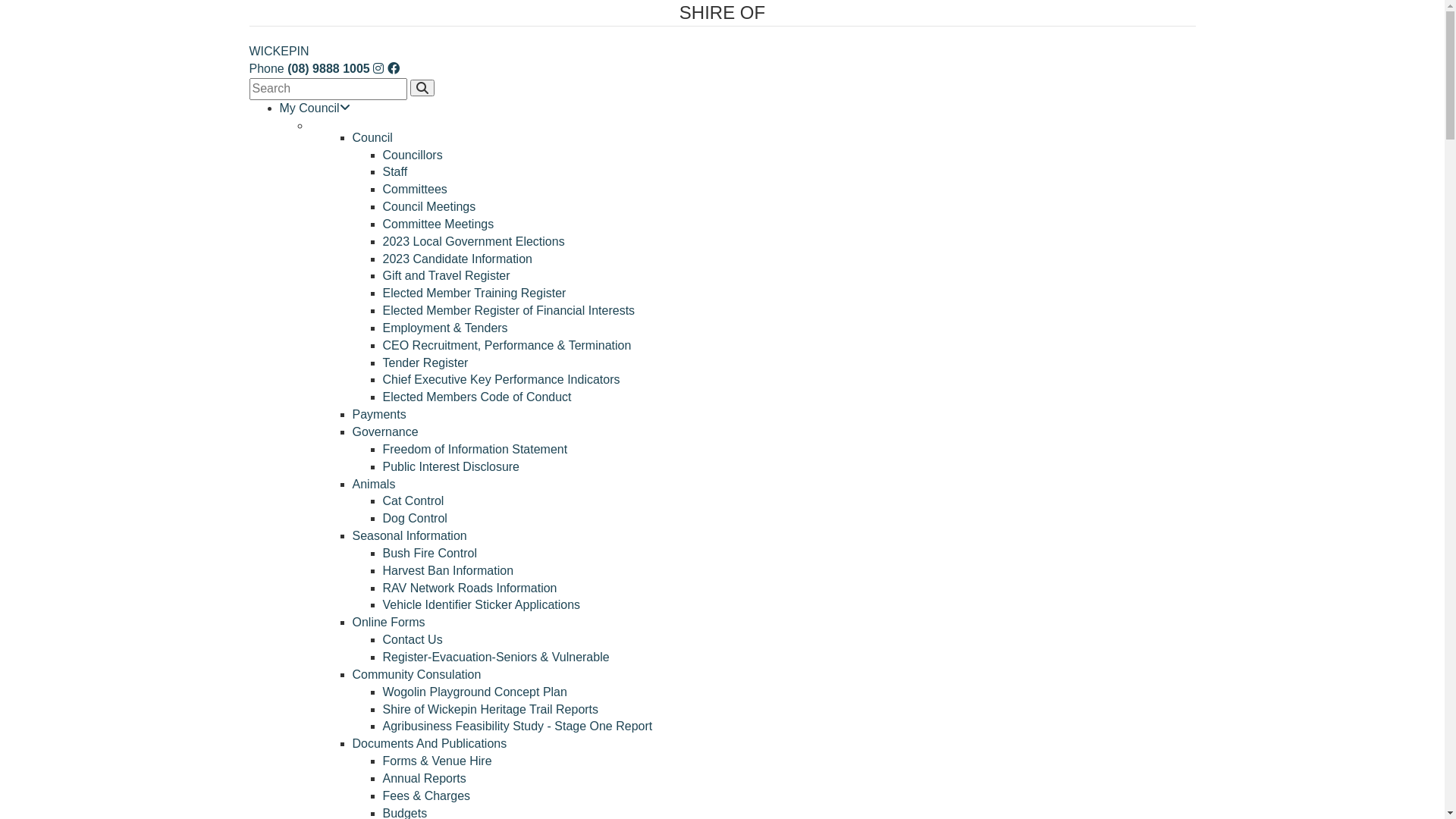 The width and height of the screenshot is (1456, 819). Describe the element at coordinates (450, 466) in the screenshot. I see `'Public Interest Disclosure'` at that location.